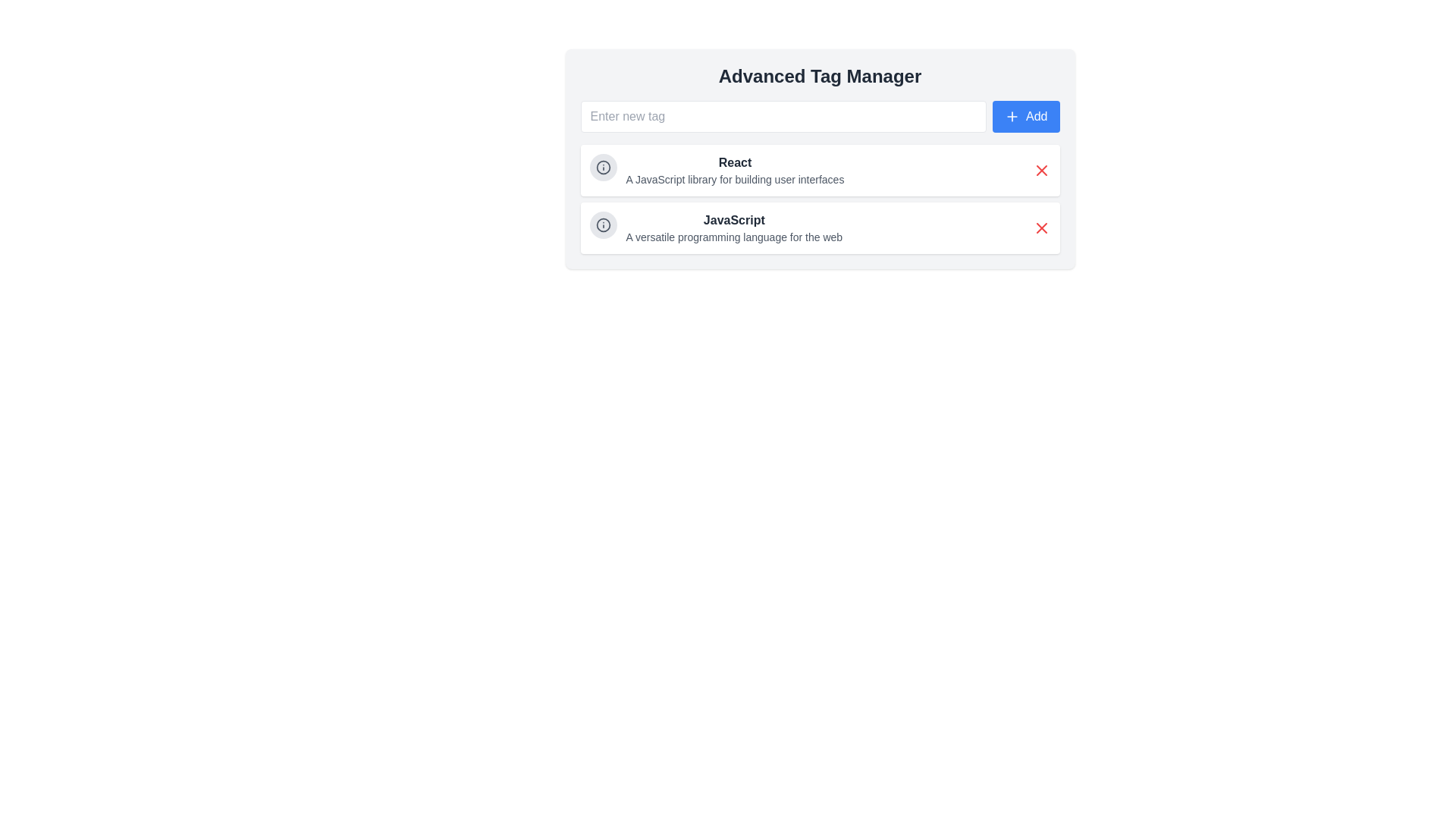 This screenshot has width=1456, height=819. I want to click on the second informational list item about 'JavaScript', so click(715, 227).